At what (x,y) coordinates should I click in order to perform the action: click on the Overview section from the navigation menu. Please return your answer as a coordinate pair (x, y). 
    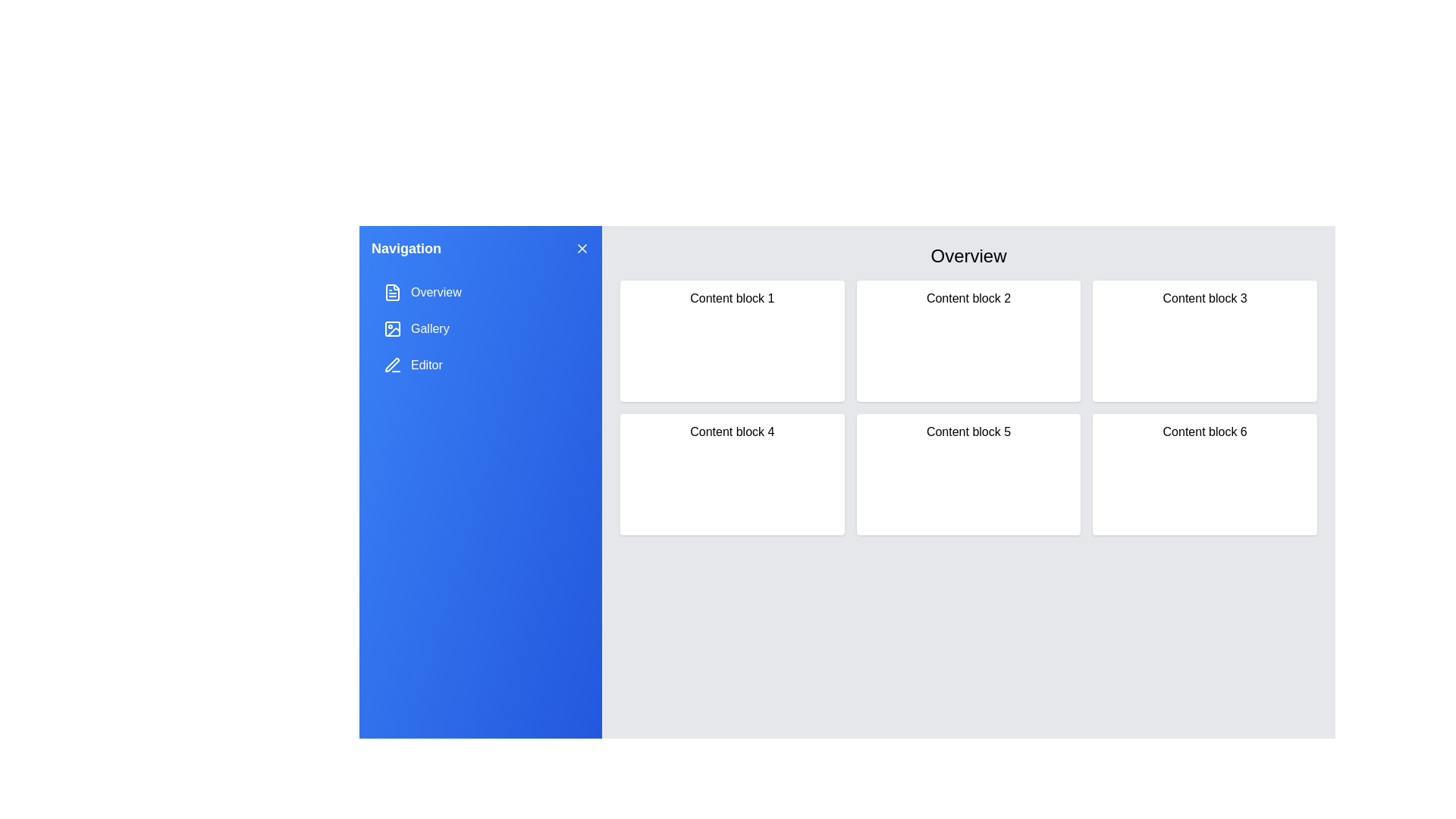
    Looking at the image, I should click on (479, 292).